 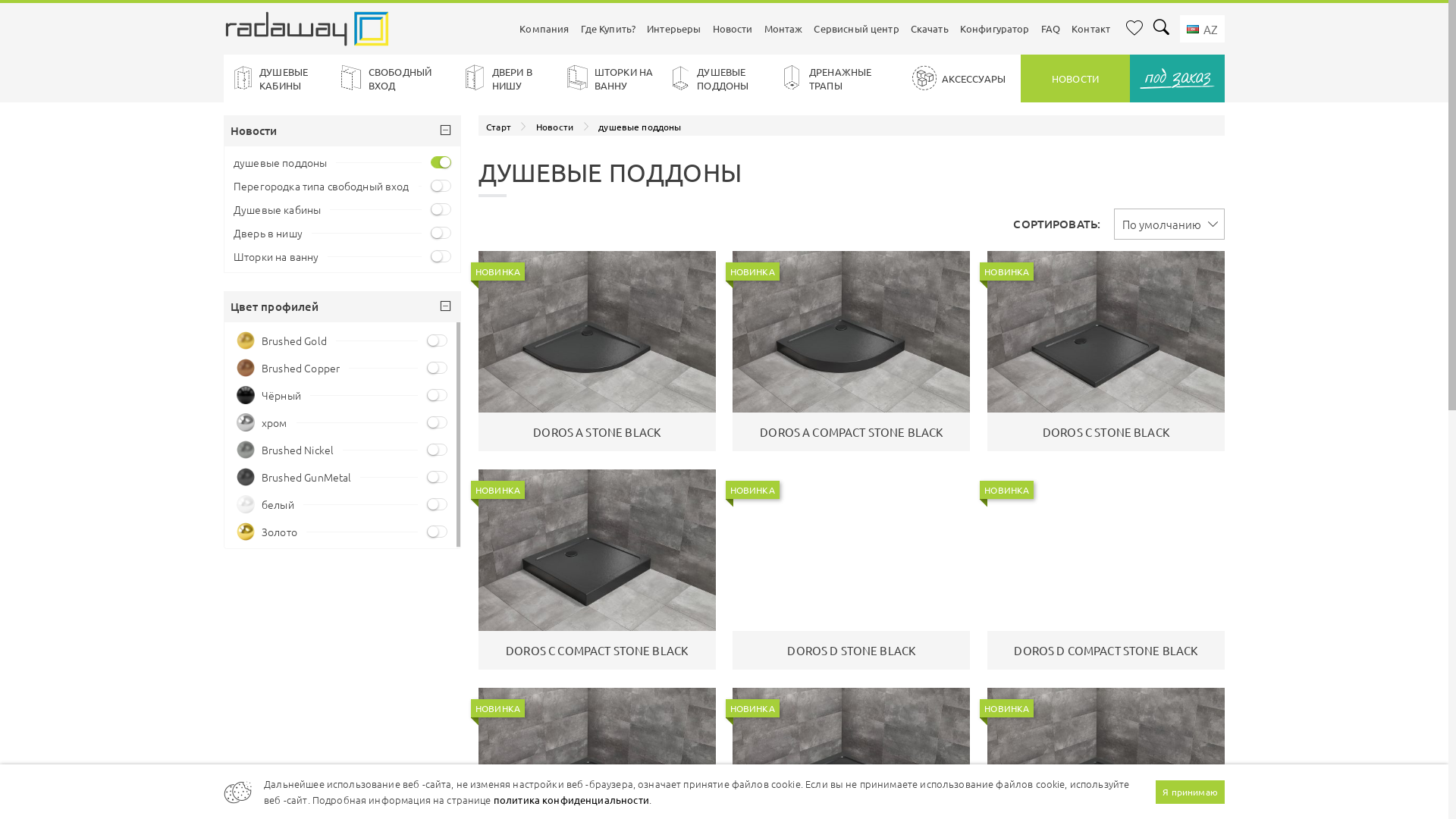 I want to click on '  AZ', so click(x=1201, y=29).